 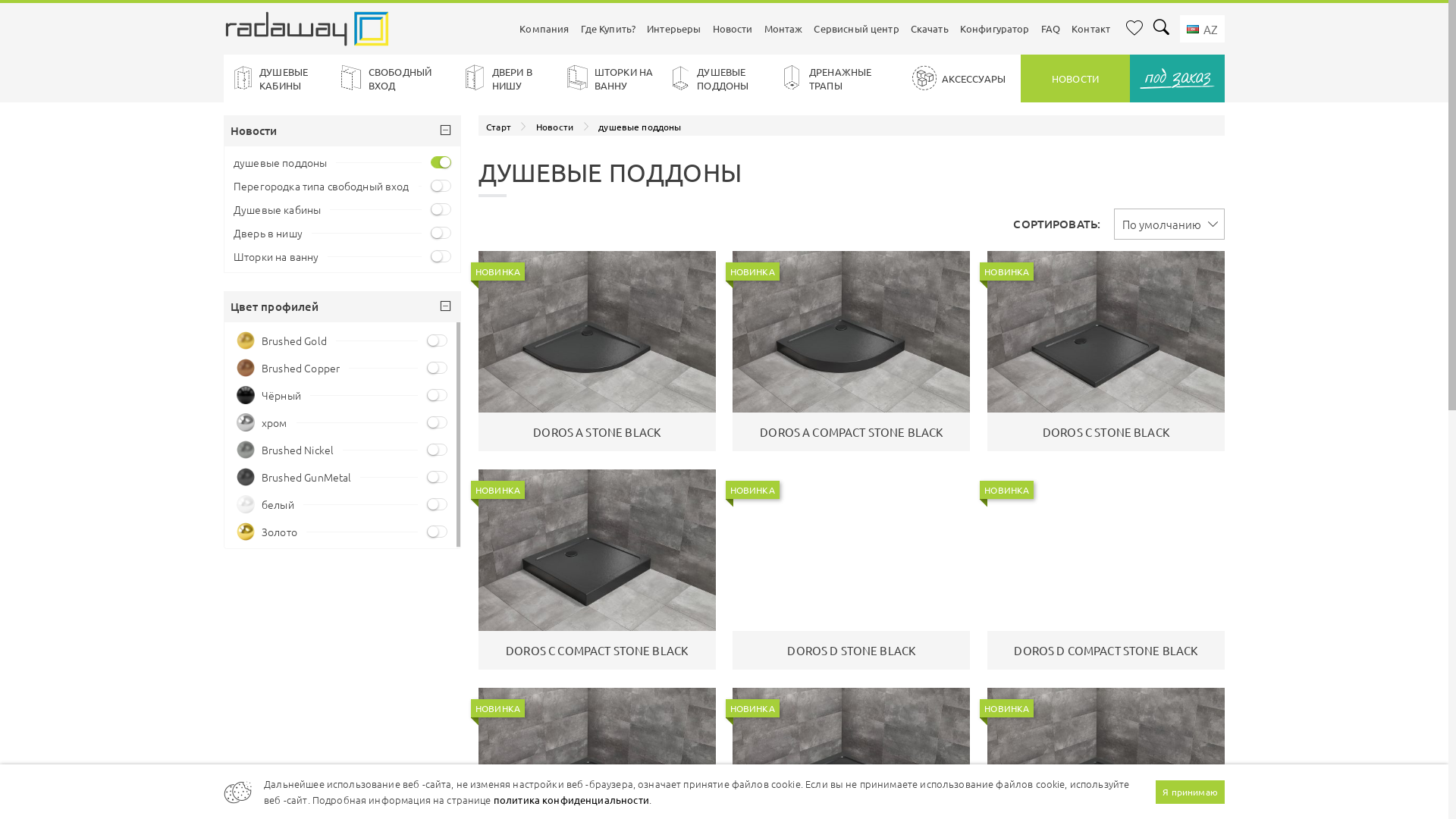 I want to click on '  AZ', so click(x=1201, y=29).